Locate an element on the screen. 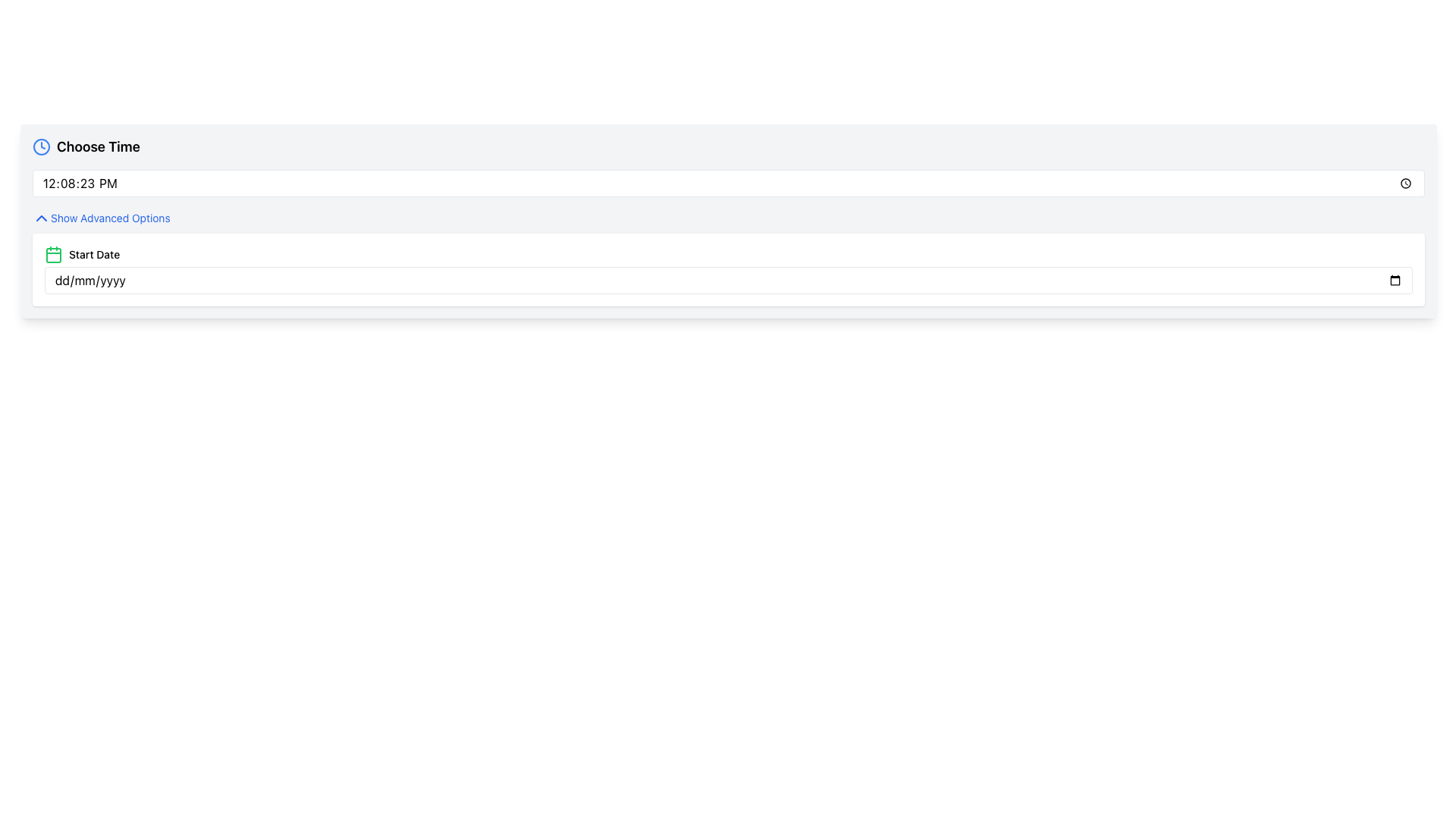  the chevron icon is located at coordinates (41, 218).